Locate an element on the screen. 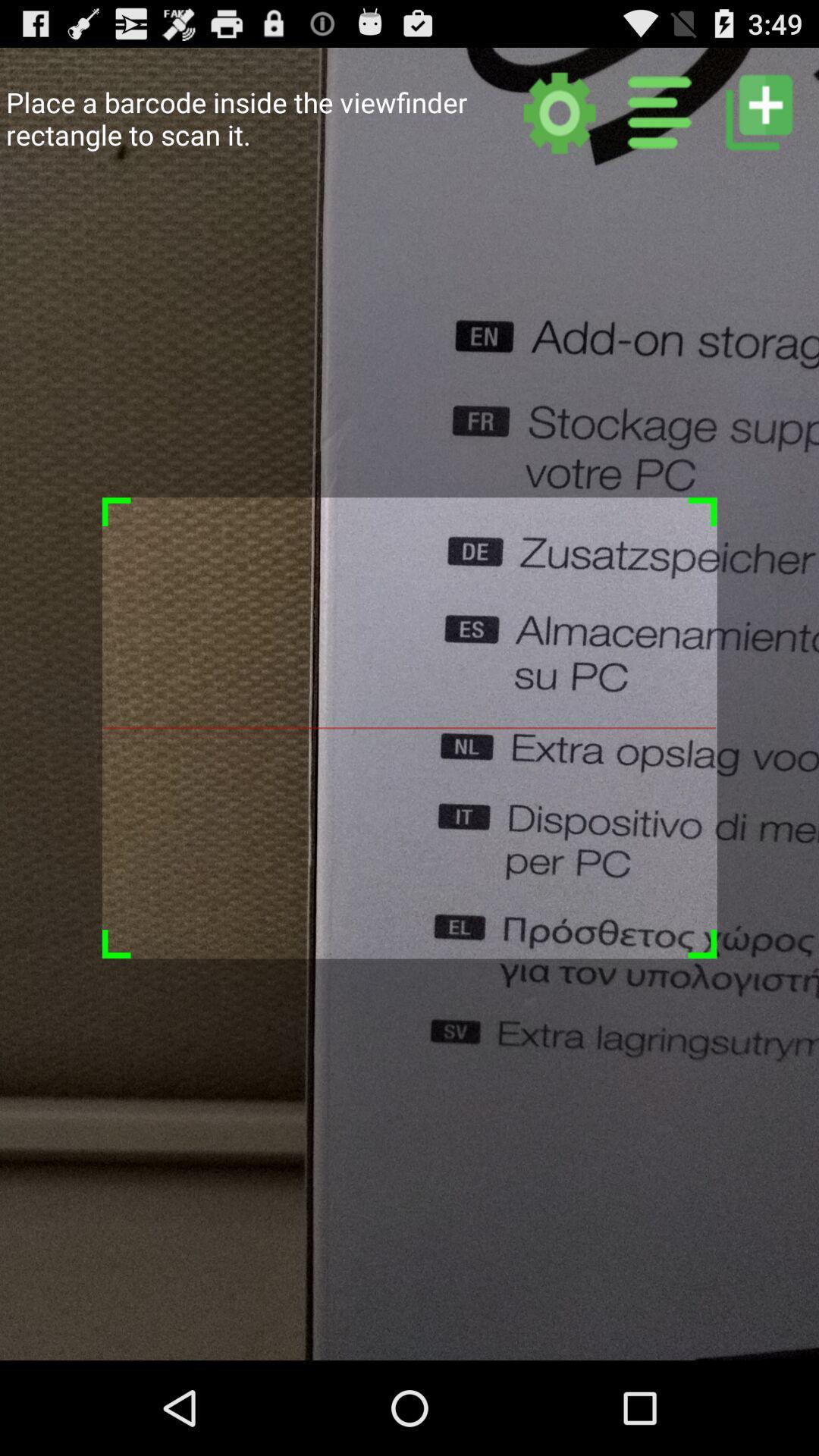  list view is located at coordinates (659, 111).